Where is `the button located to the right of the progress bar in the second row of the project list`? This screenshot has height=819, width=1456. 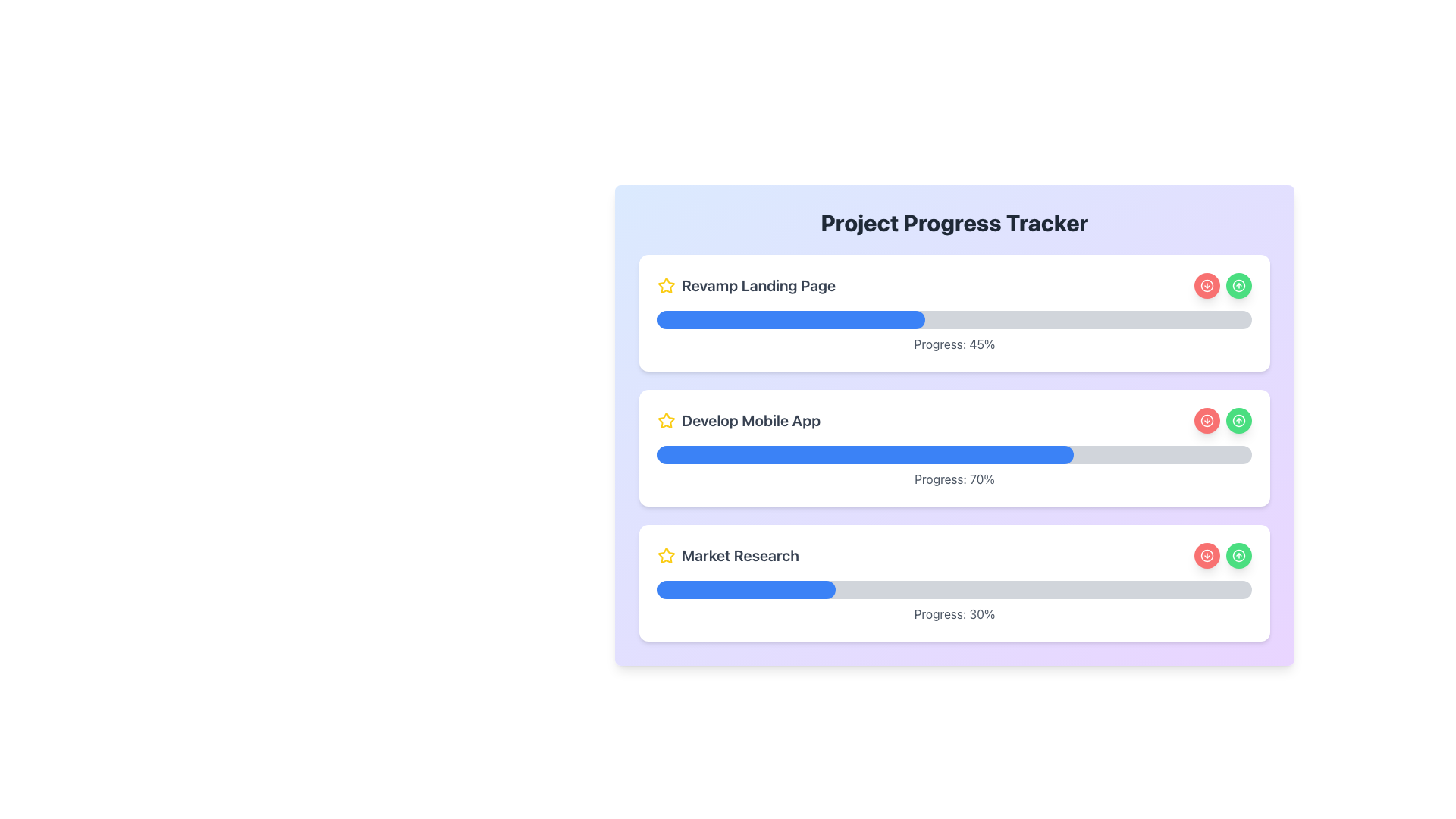 the button located to the right of the progress bar in the second row of the project list is located at coordinates (1238, 421).